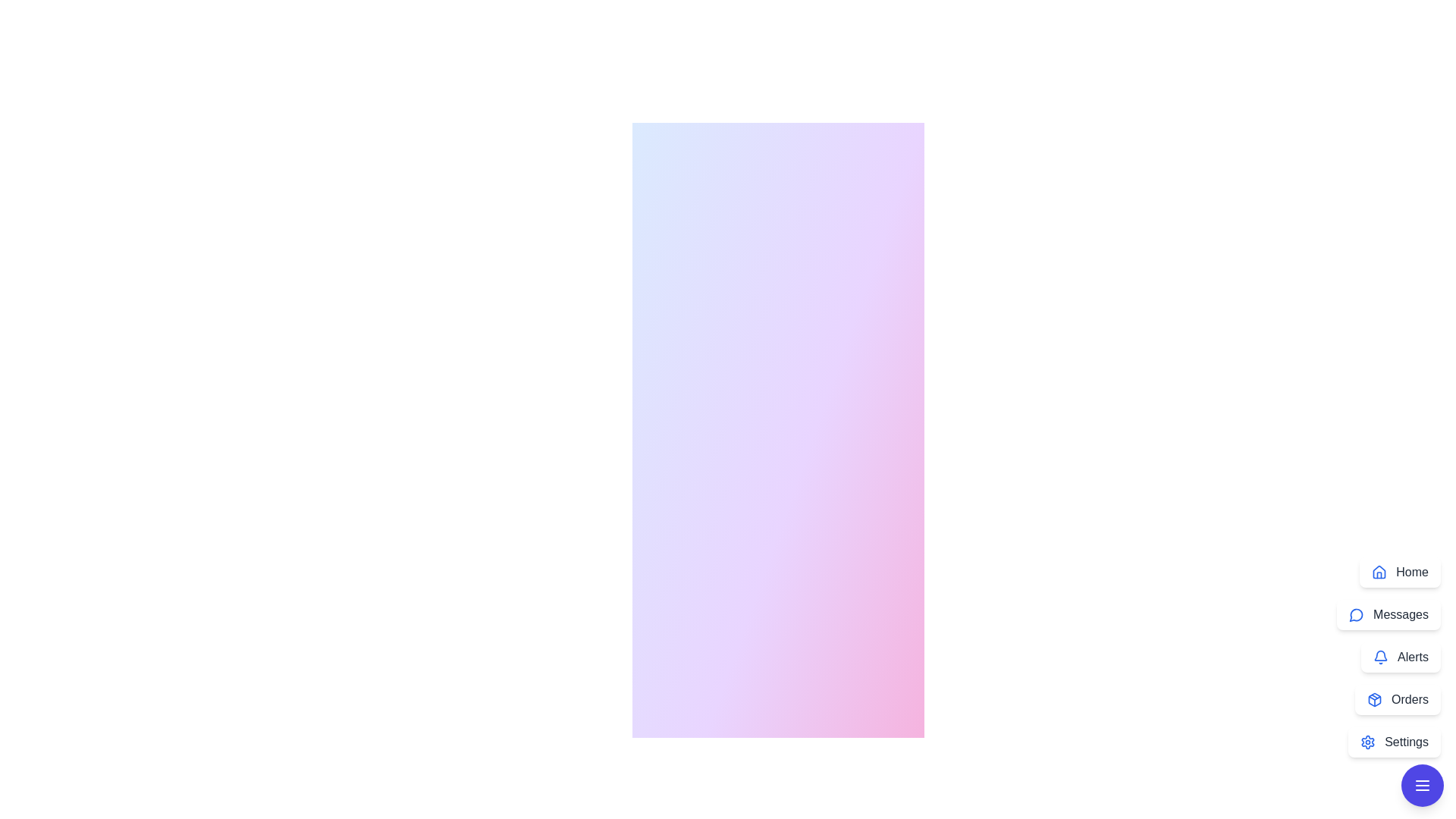 This screenshot has height=819, width=1456. Describe the element at coordinates (1399, 573) in the screenshot. I see `the menu option Home` at that location.